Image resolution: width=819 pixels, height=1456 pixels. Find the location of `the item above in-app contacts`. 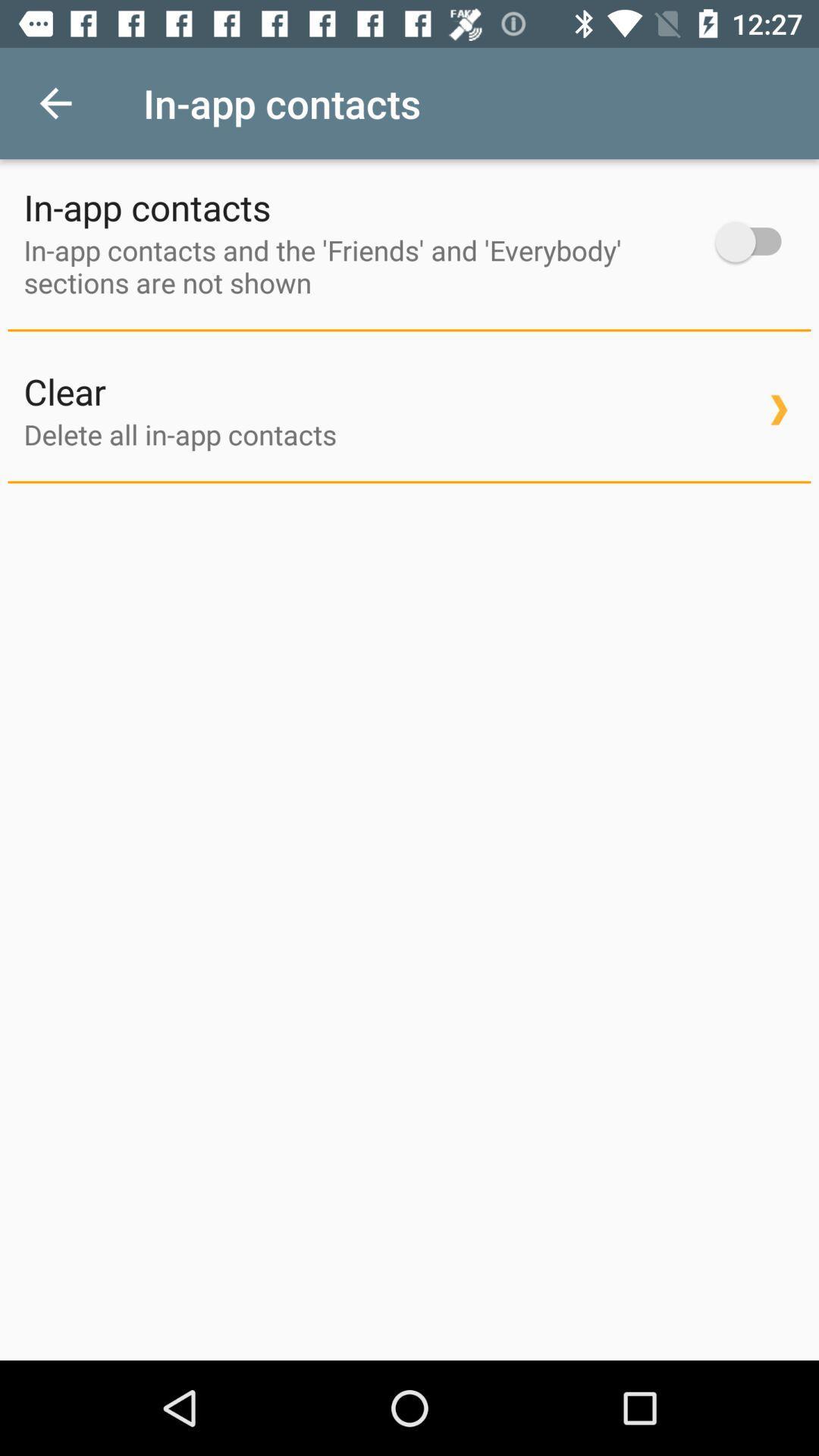

the item above in-app contacts is located at coordinates (55, 102).